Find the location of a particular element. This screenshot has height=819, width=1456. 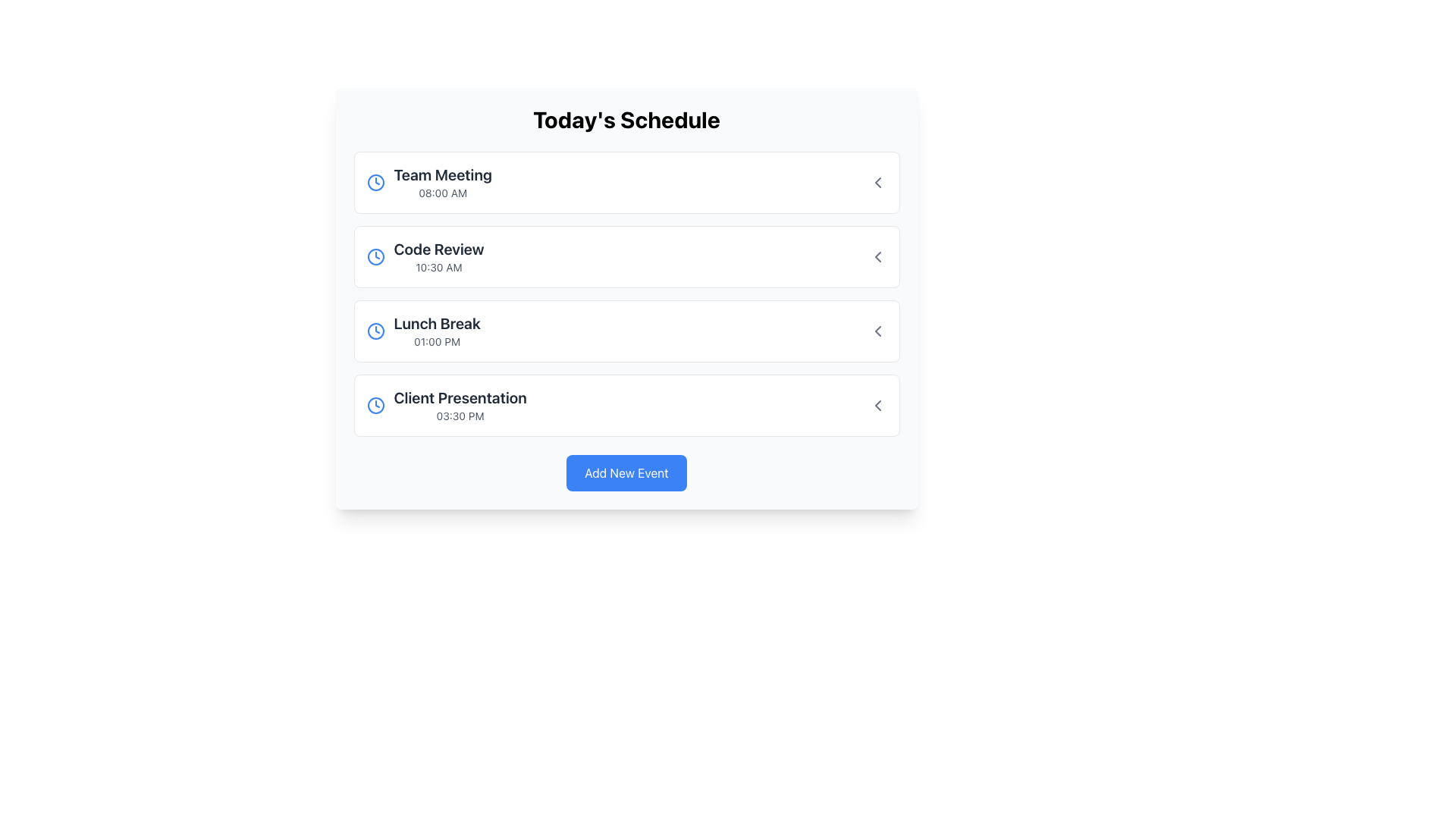

the icon representing the scheduled event time for 'Client Presentation 03:30 PM', located at the leftmost part of the list item is located at coordinates (375, 405).